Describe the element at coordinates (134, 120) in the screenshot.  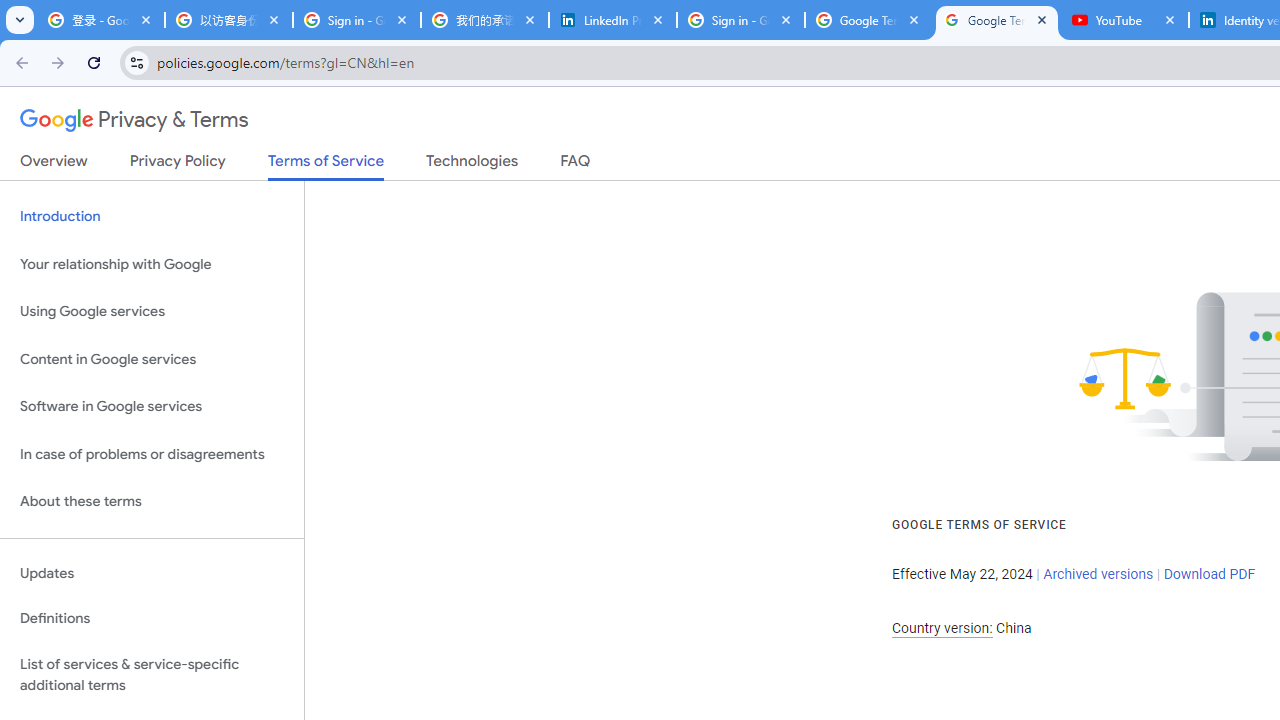
I see `'Privacy & Terms'` at that location.